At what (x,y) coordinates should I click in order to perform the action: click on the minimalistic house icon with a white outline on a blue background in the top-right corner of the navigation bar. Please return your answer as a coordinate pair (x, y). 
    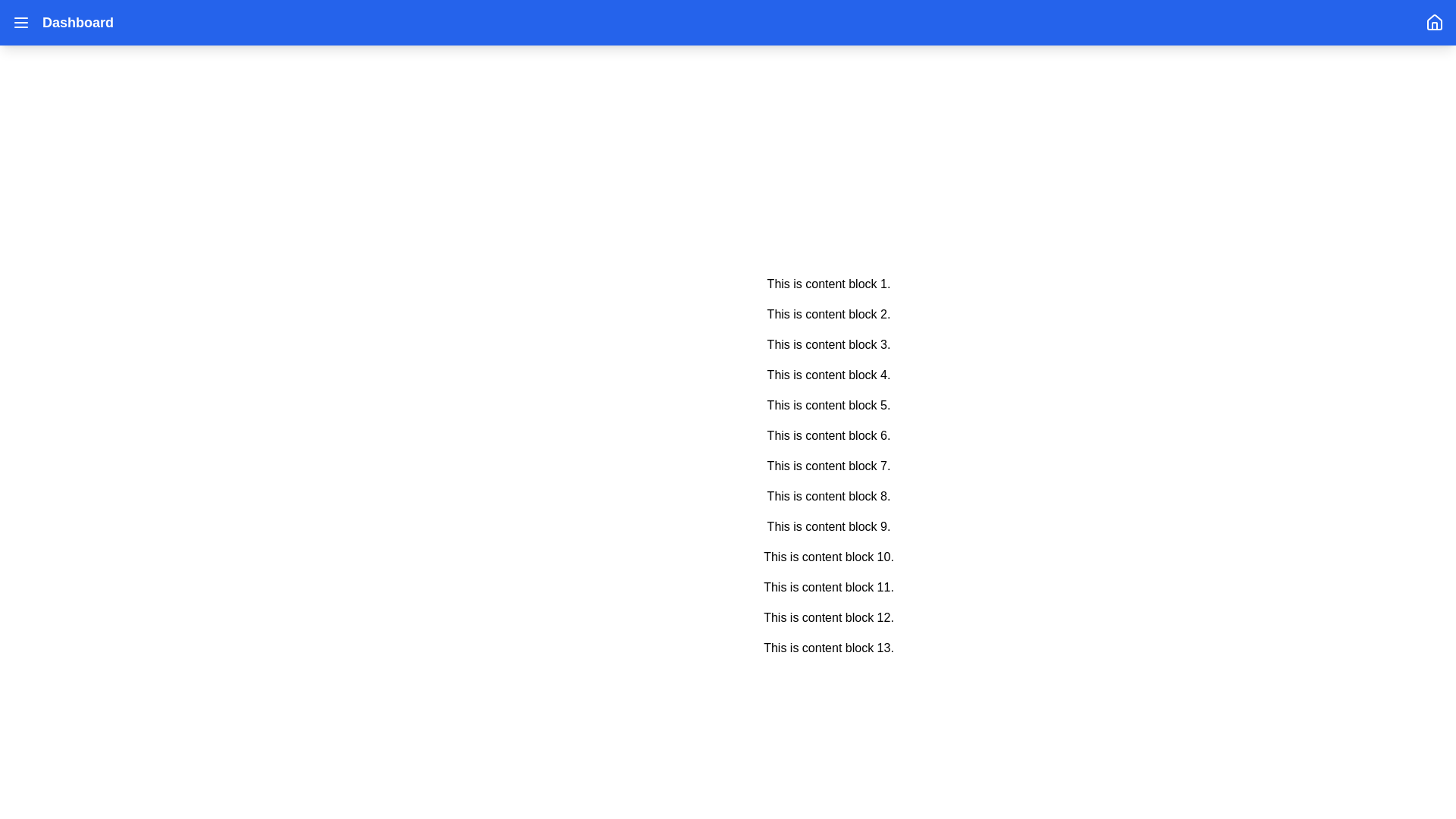
    Looking at the image, I should click on (1433, 23).